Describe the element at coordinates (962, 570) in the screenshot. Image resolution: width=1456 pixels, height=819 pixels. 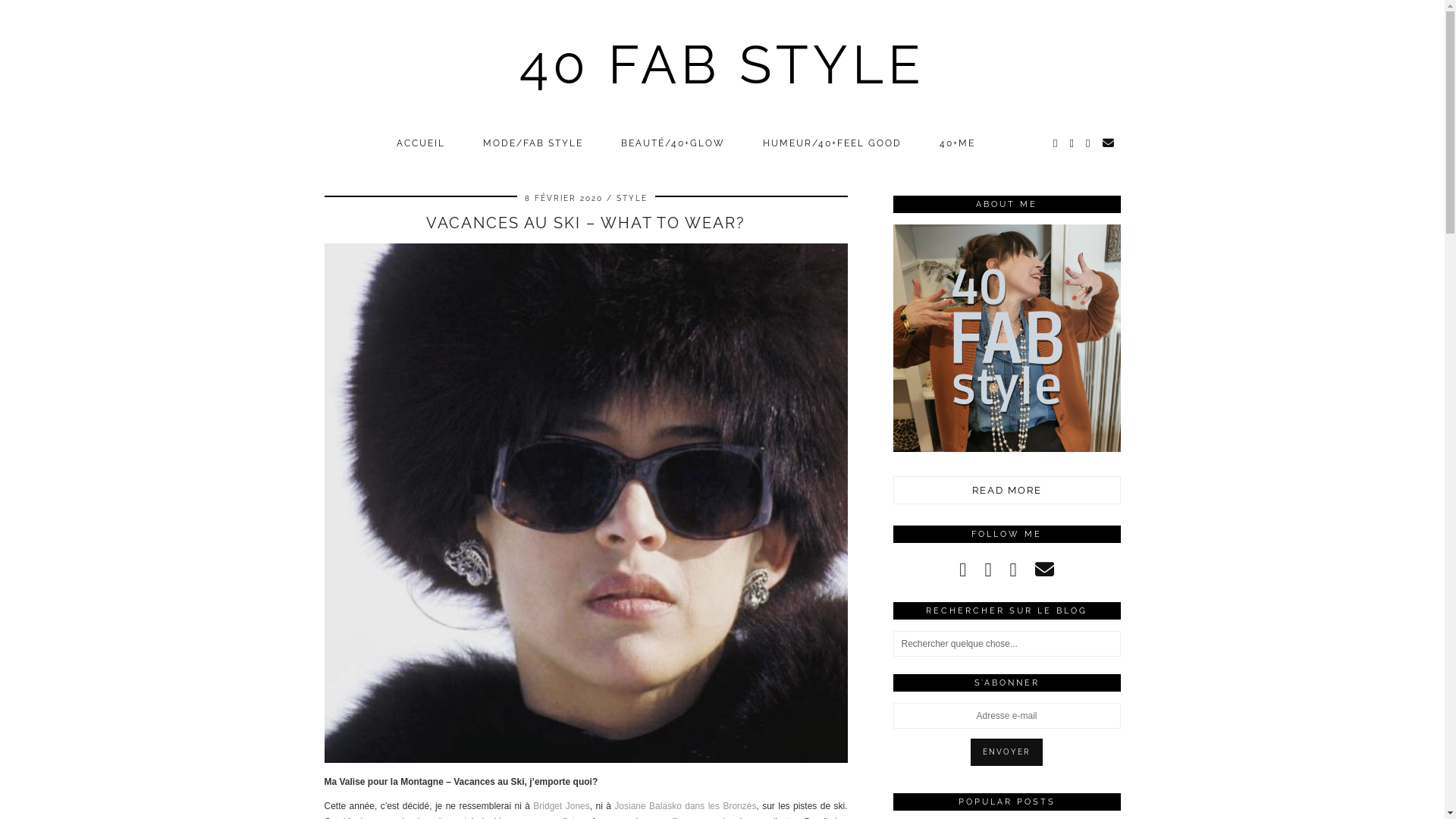
I see `'instagram'` at that location.